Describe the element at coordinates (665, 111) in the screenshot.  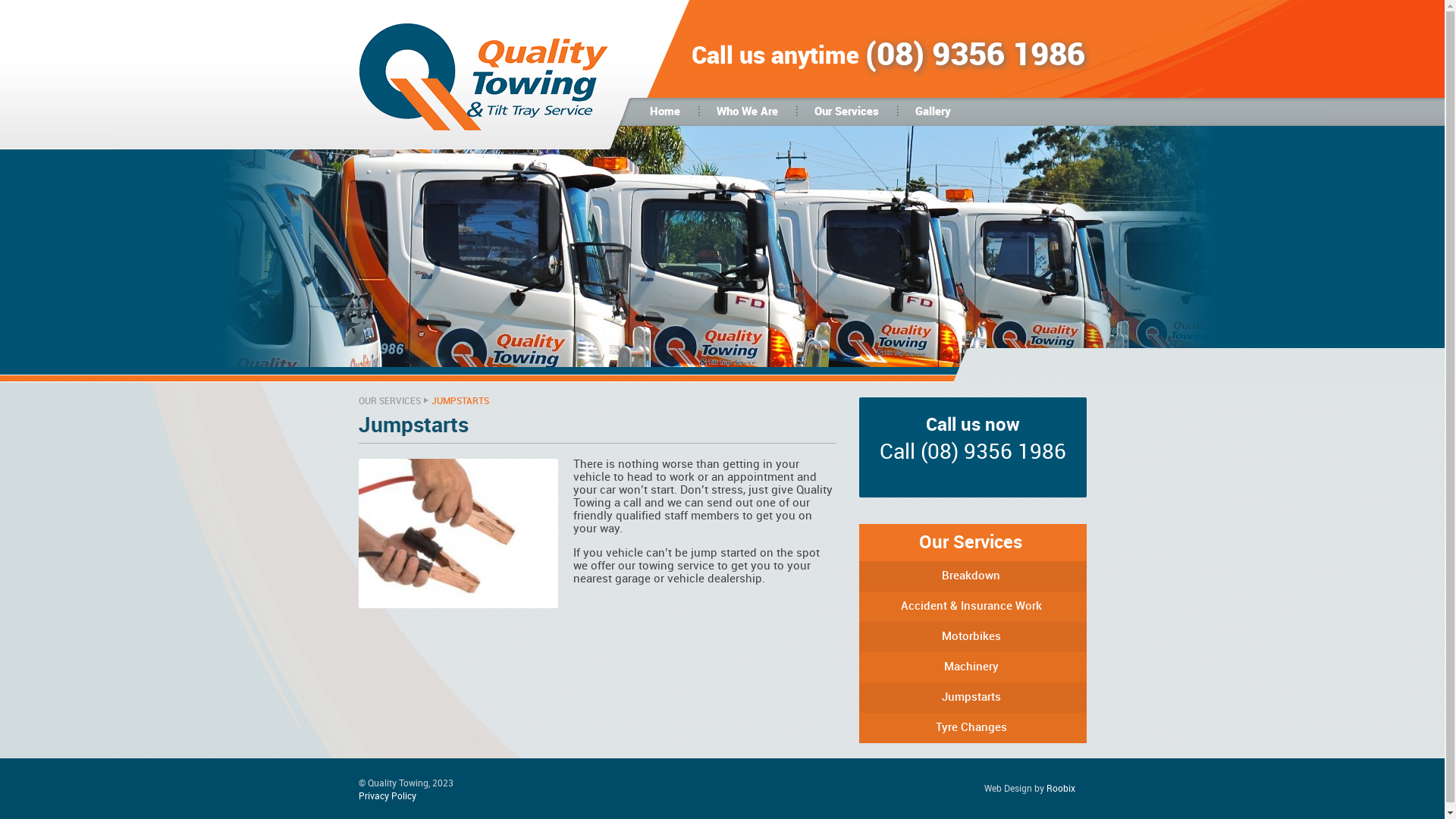
I see `'Home'` at that location.